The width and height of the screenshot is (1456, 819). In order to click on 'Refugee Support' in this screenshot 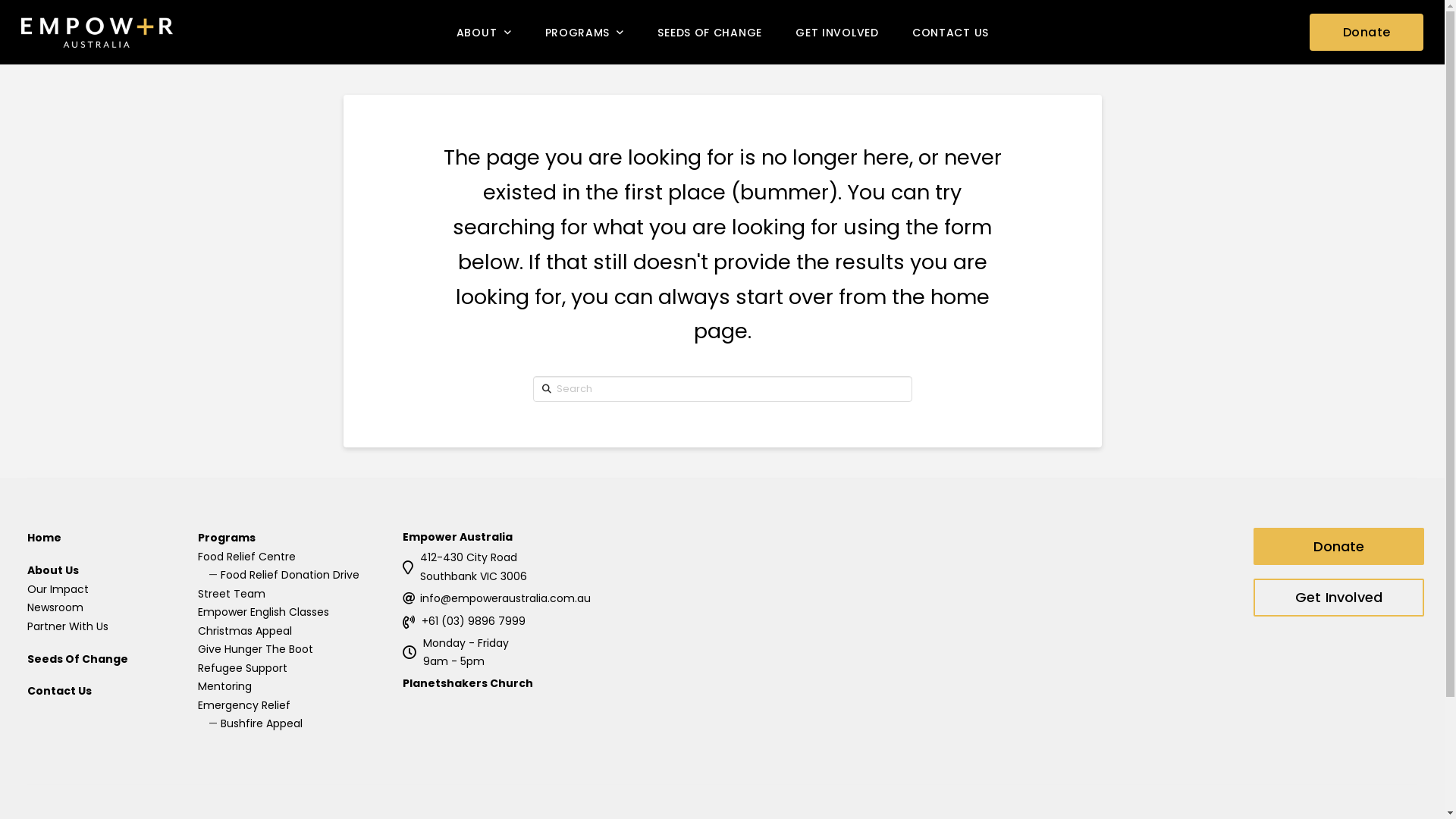, I will do `click(243, 667)`.